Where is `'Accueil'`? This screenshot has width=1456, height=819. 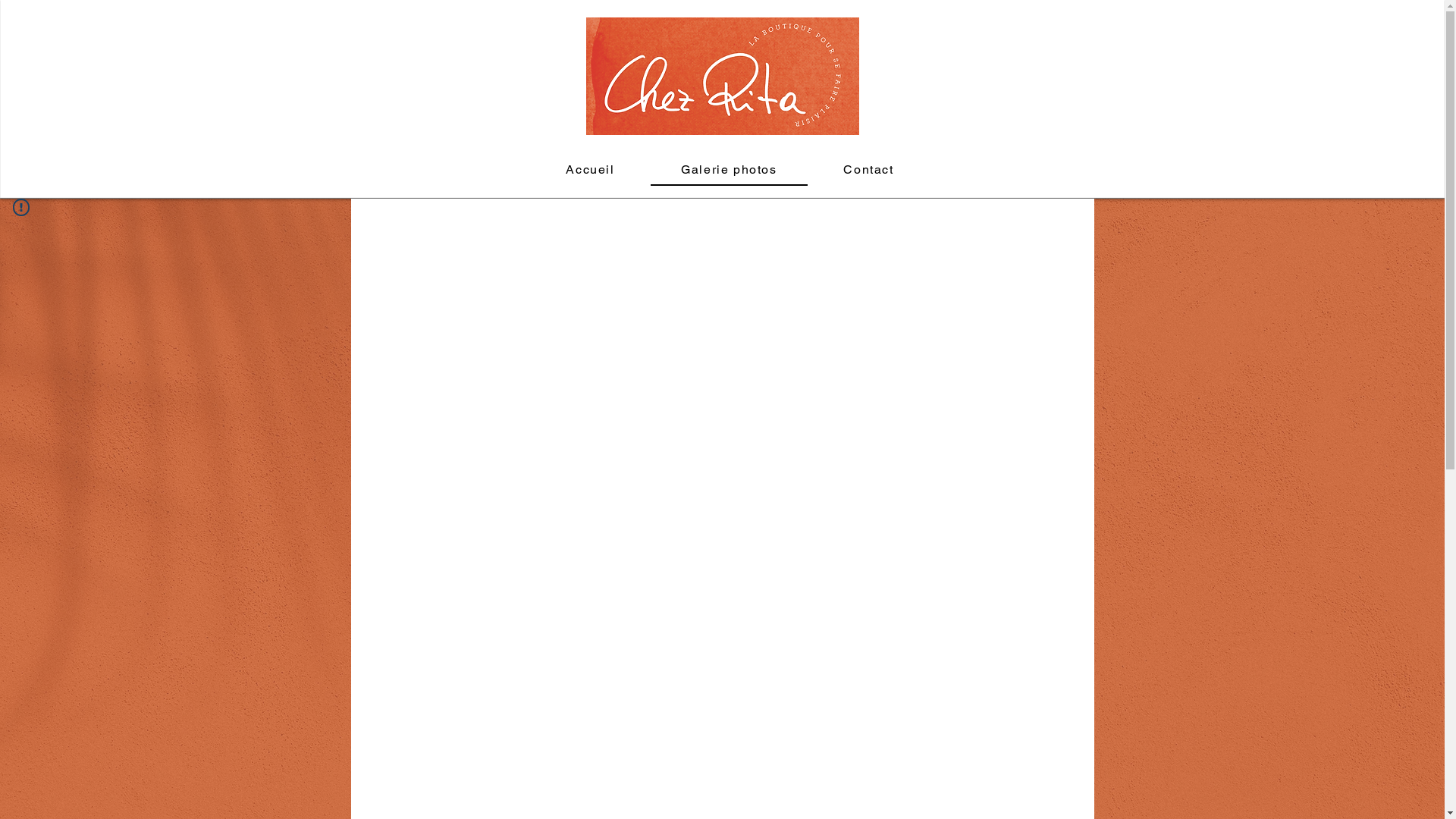
'Accueil' is located at coordinates (588, 170).